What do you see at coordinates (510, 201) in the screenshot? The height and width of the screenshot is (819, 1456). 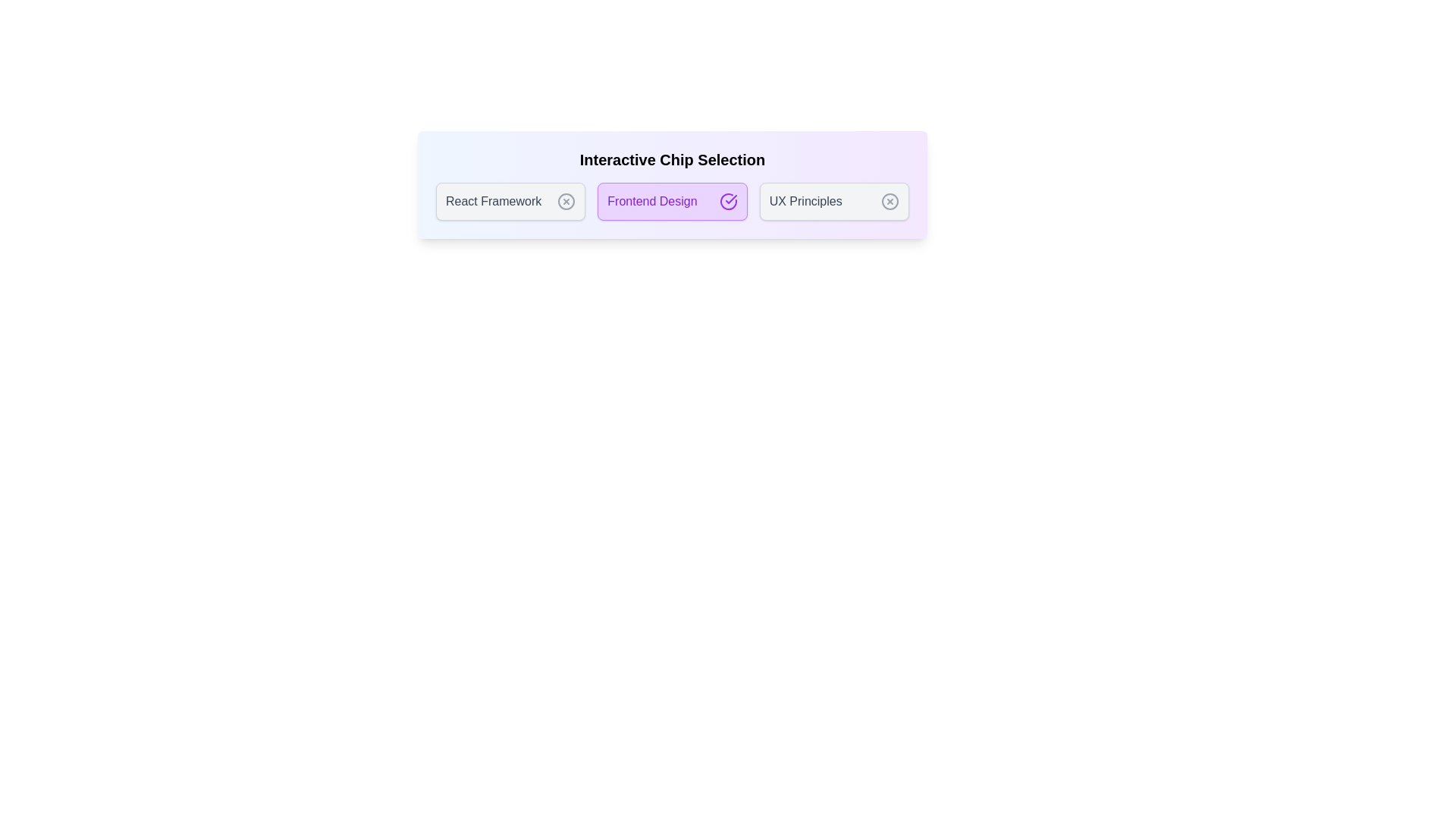 I see `the text of the chip labeled React Framework` at bounding box center [510, 201].